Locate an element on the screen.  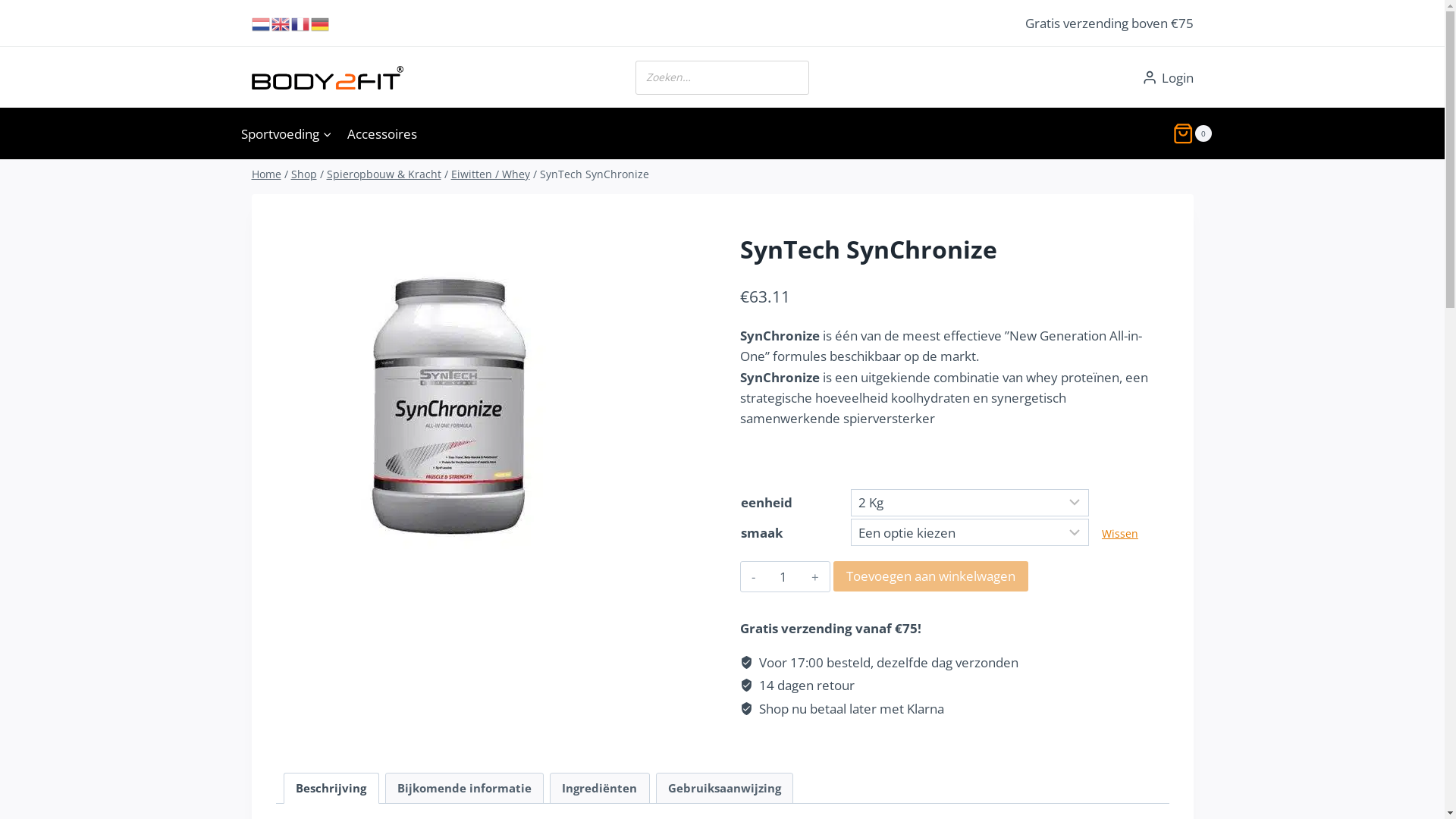
'English' is located at coordinates (281, 23).